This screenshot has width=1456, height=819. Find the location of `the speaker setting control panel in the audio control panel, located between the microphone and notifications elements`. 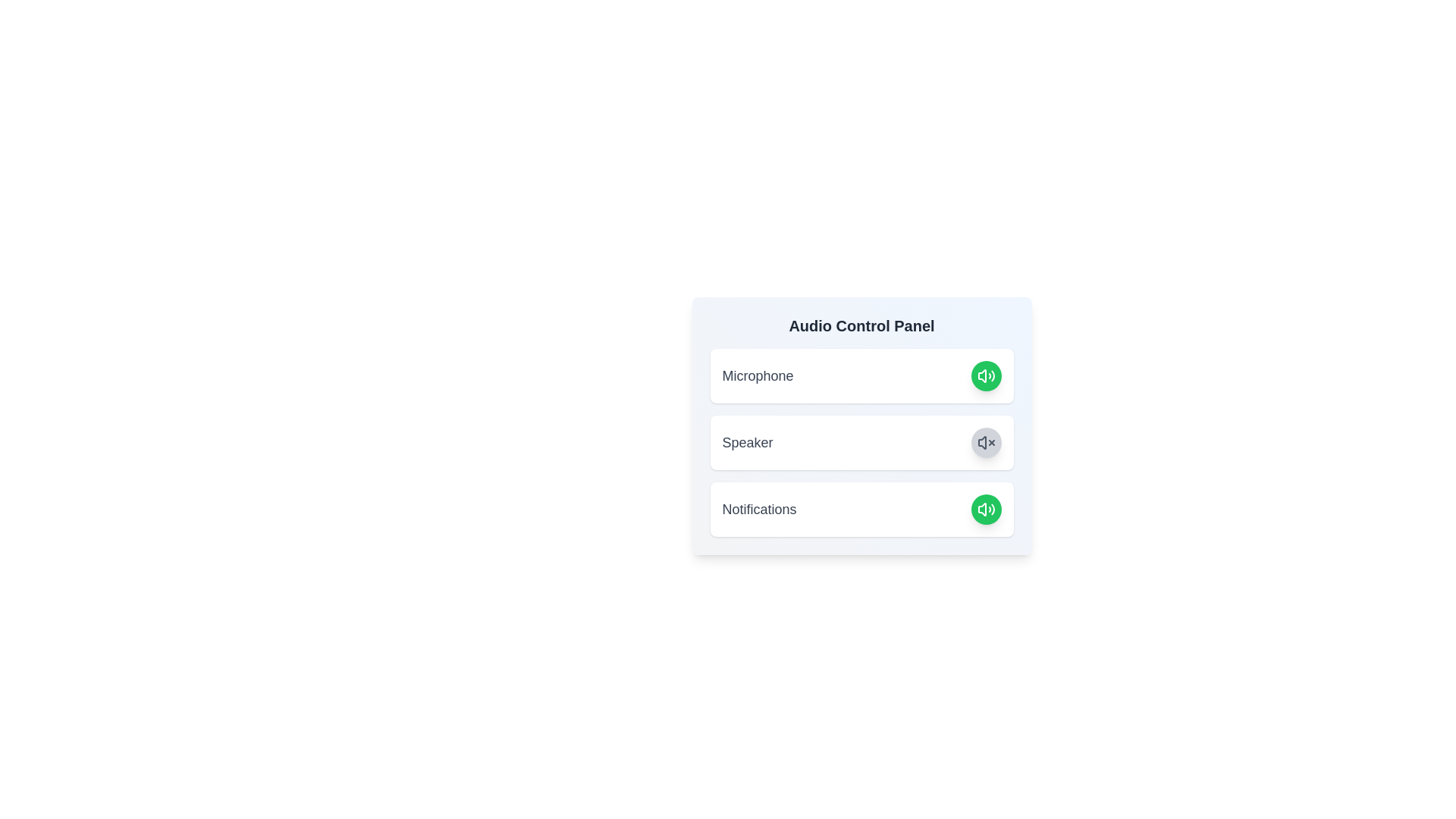

the speaker setting control panel in the audio control panel, located between the microphone and notifications elements is located at coordinates (861, 442).